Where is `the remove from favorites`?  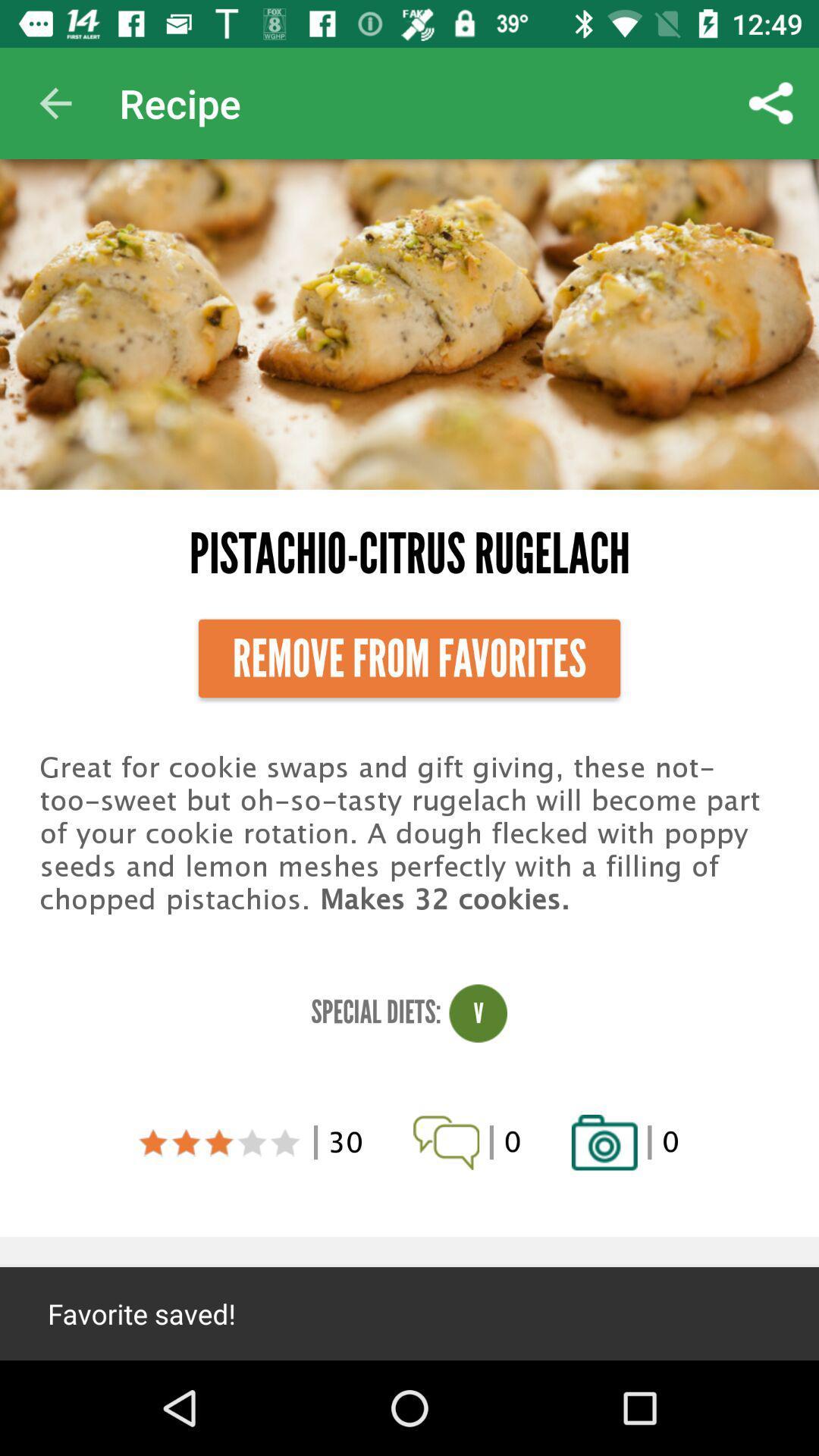 the remove from favorites is located at coordinates (409, 658).